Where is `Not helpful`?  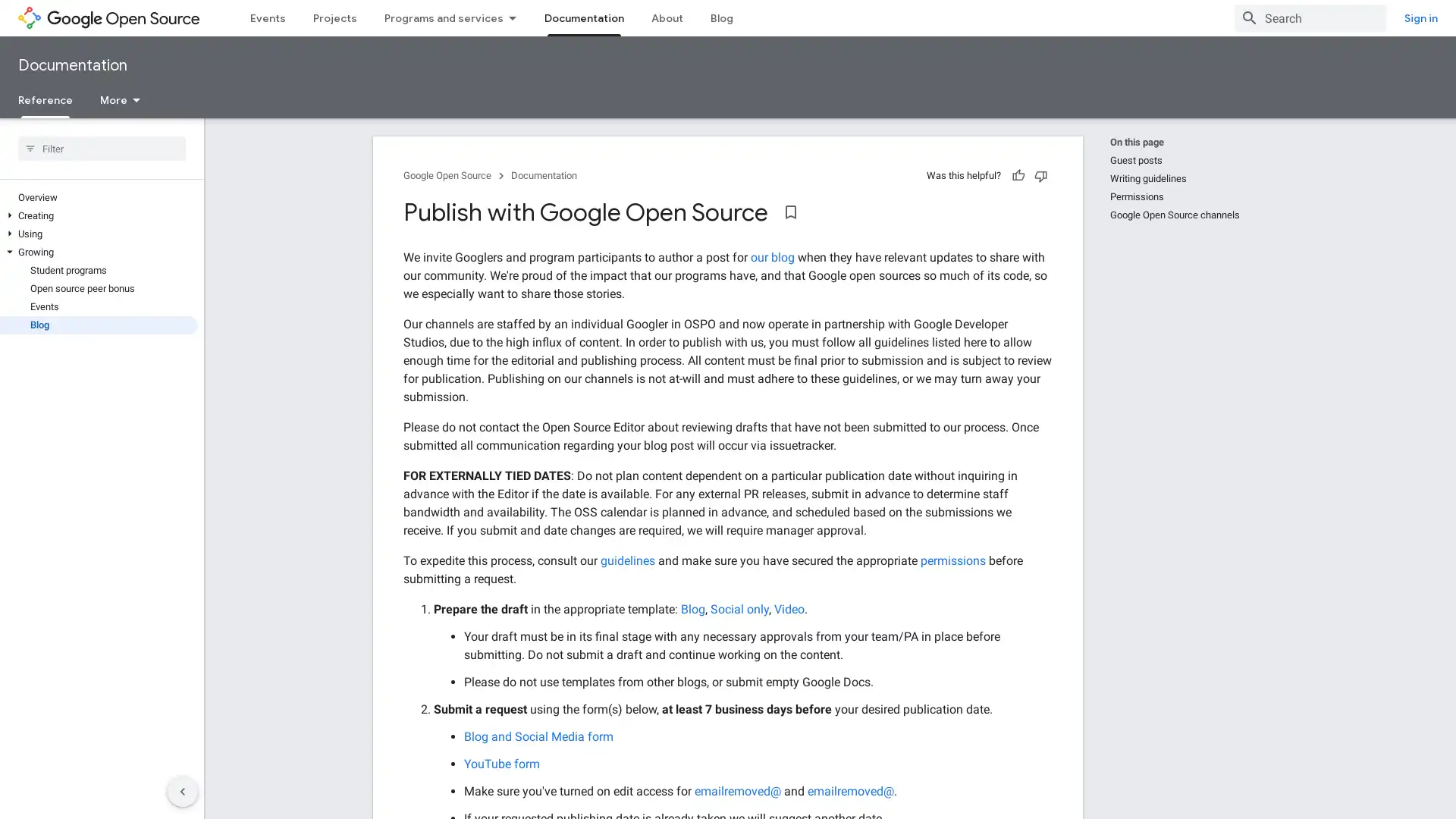 Not helpful is located at coordinates (1040, 174).